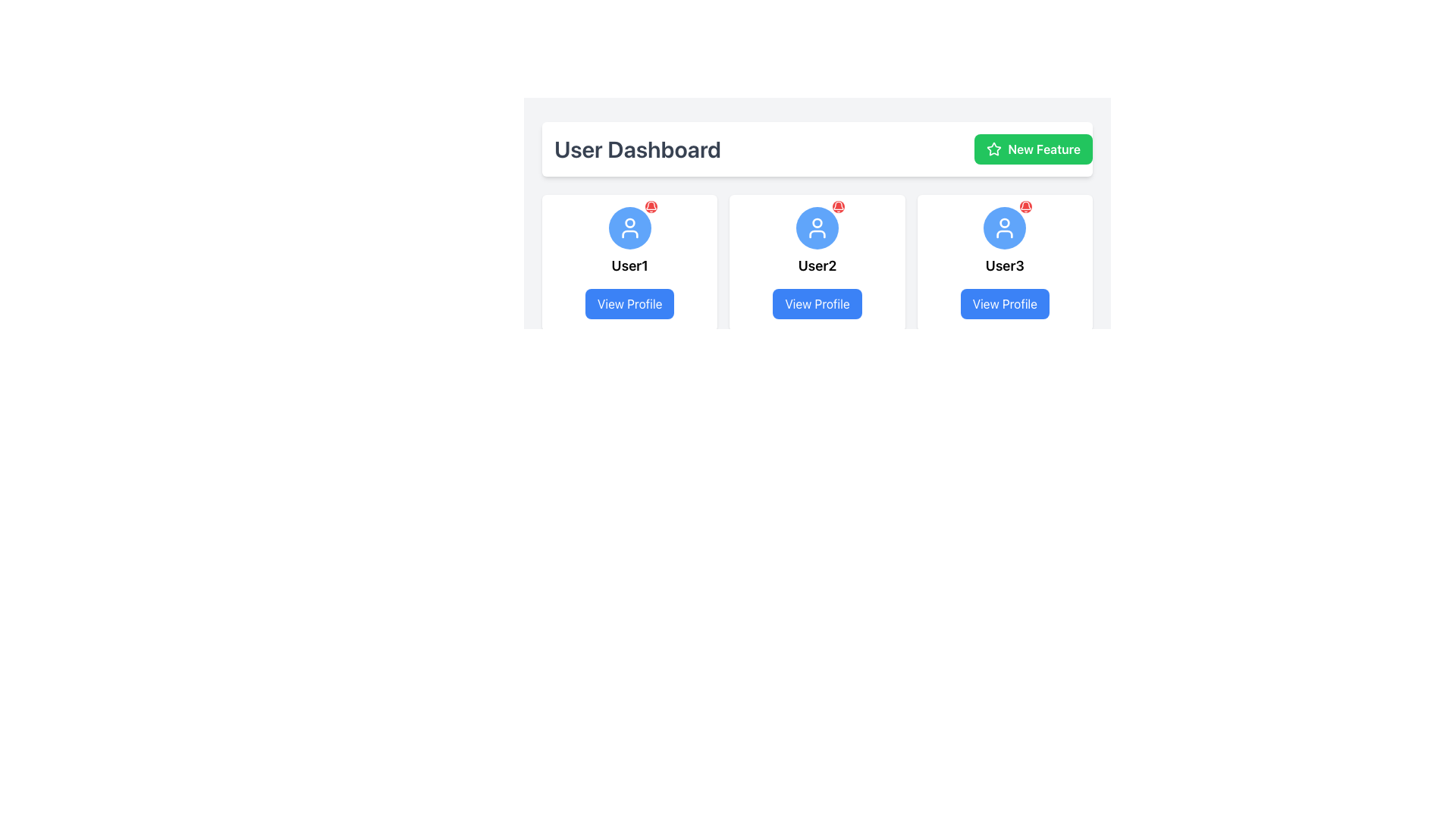  What do you see at coordinates (1026, 207) in the screenshot?
I see `the small notification icon styled as a bell located at the top-right corner of the user's profile picture` at bounding box center [1026, 207].